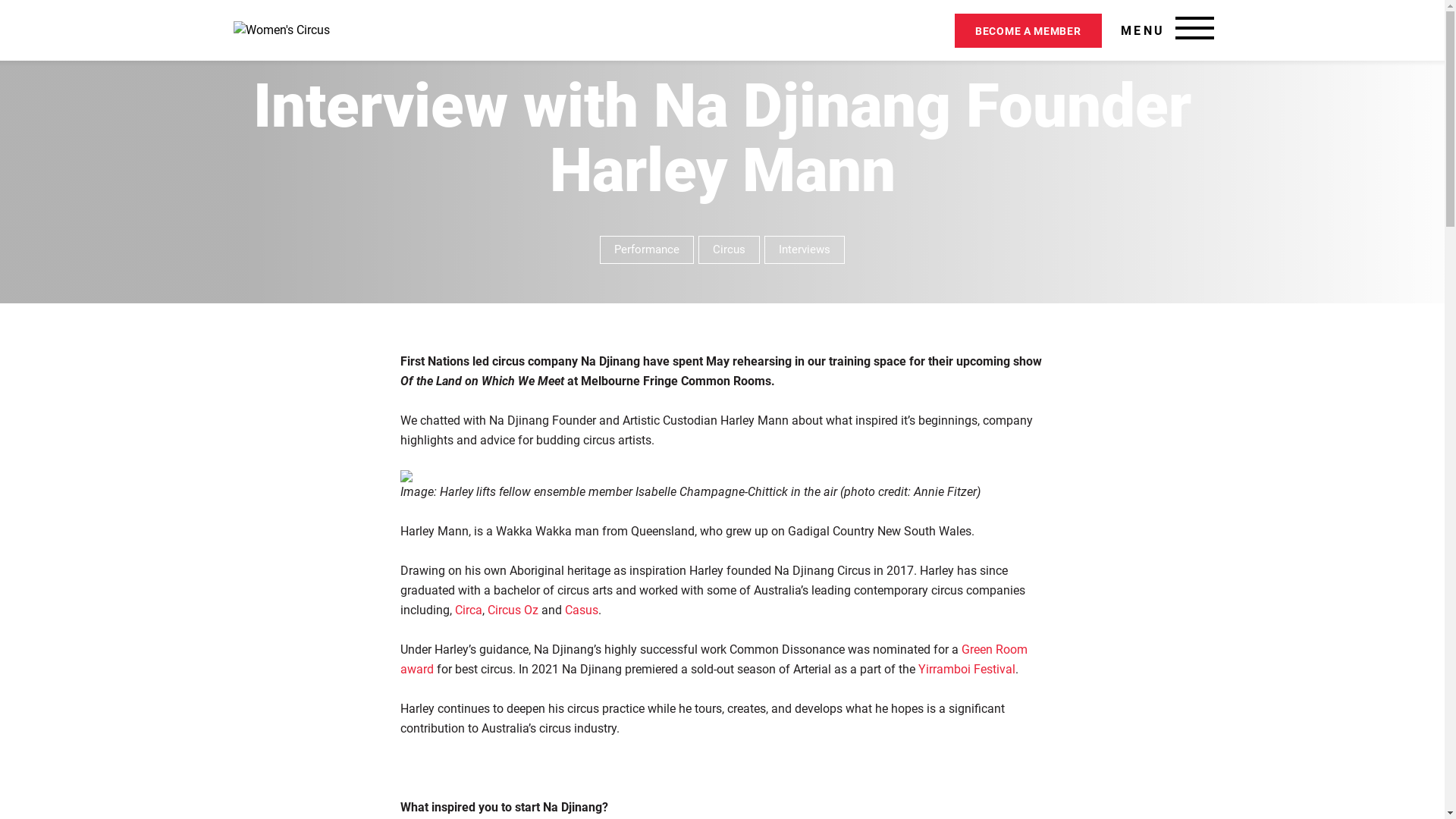  Describe the element at coordinates (468, 609) in the screenshot. I see `'Circa'` at that location.